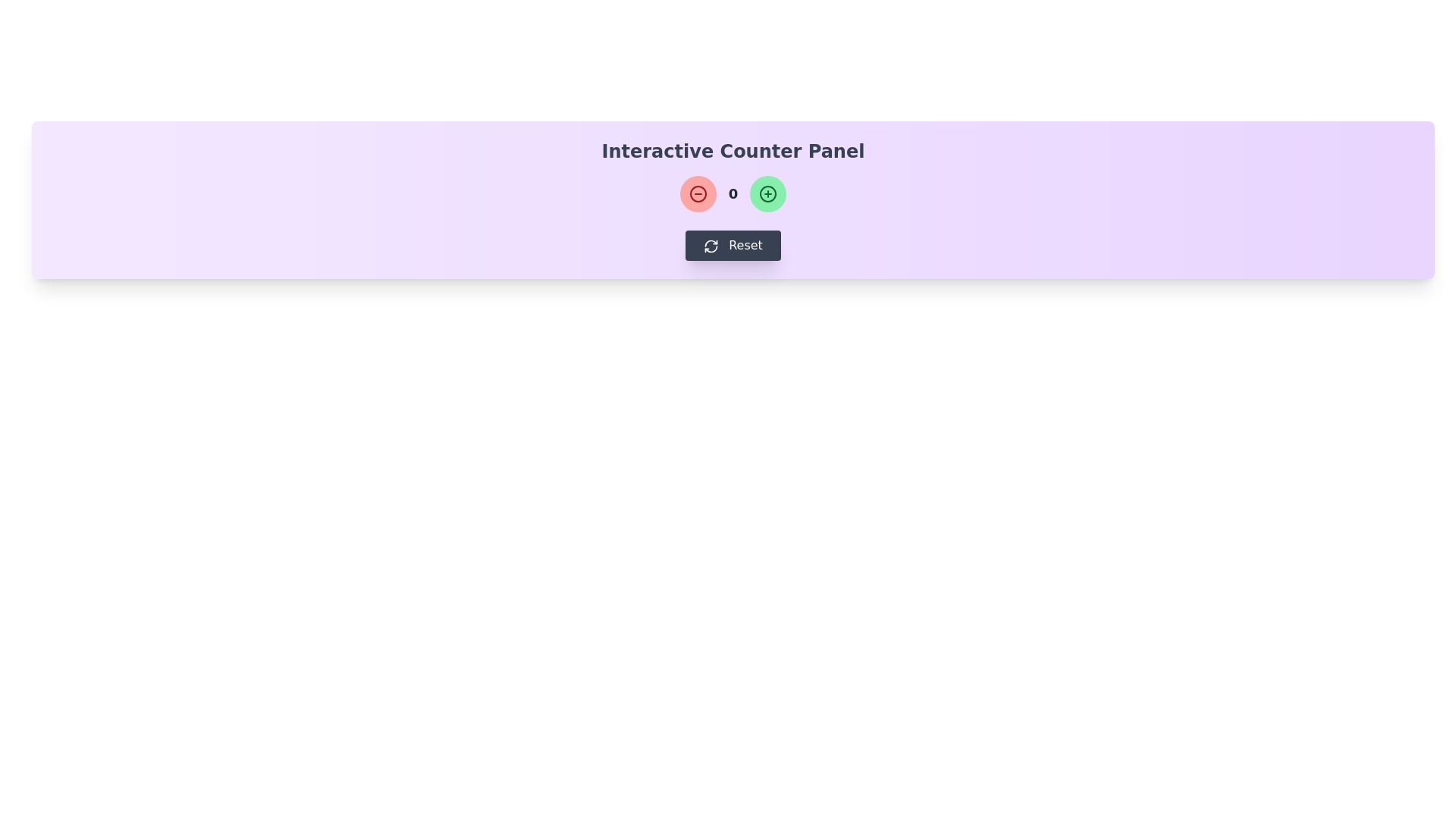 This screenshot has width=1456, height=819. Describe the element at coordinates (768, 193) in the screenshot. I see `the circular green button with a plus icon` at that location.